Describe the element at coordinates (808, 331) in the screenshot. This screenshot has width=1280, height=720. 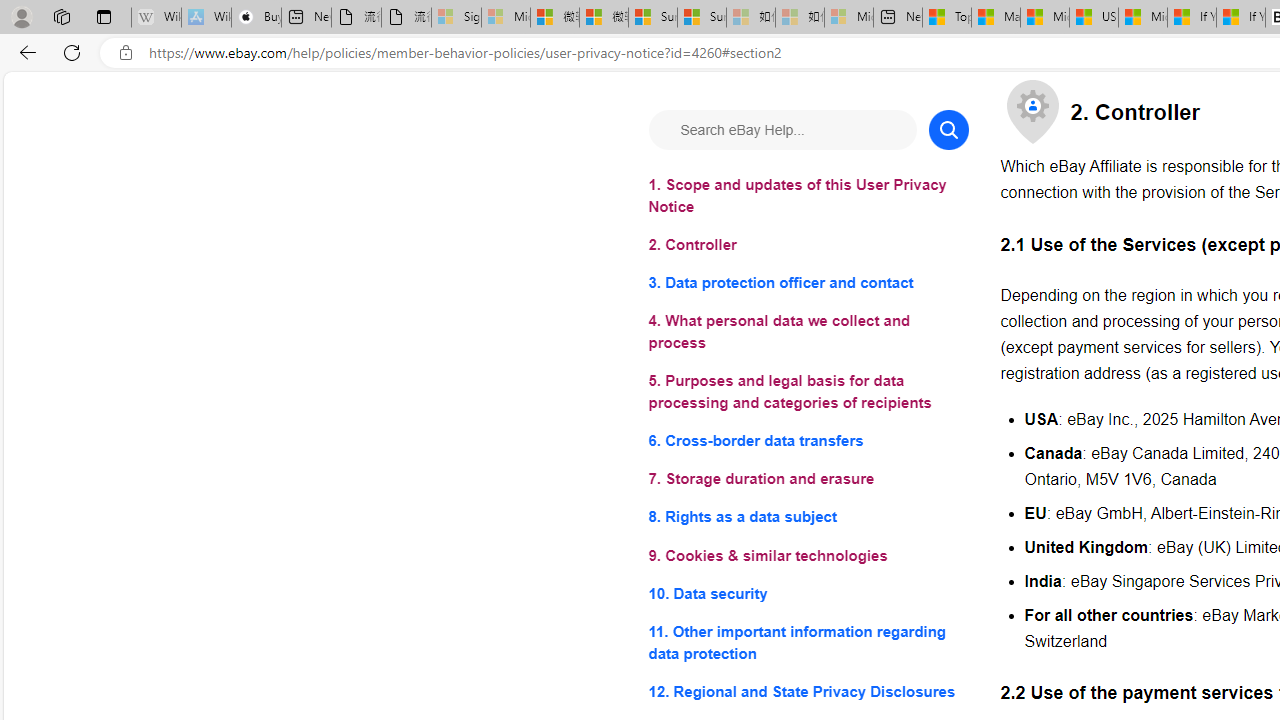
I see `'4. What personal data we collect and process'` at that location.